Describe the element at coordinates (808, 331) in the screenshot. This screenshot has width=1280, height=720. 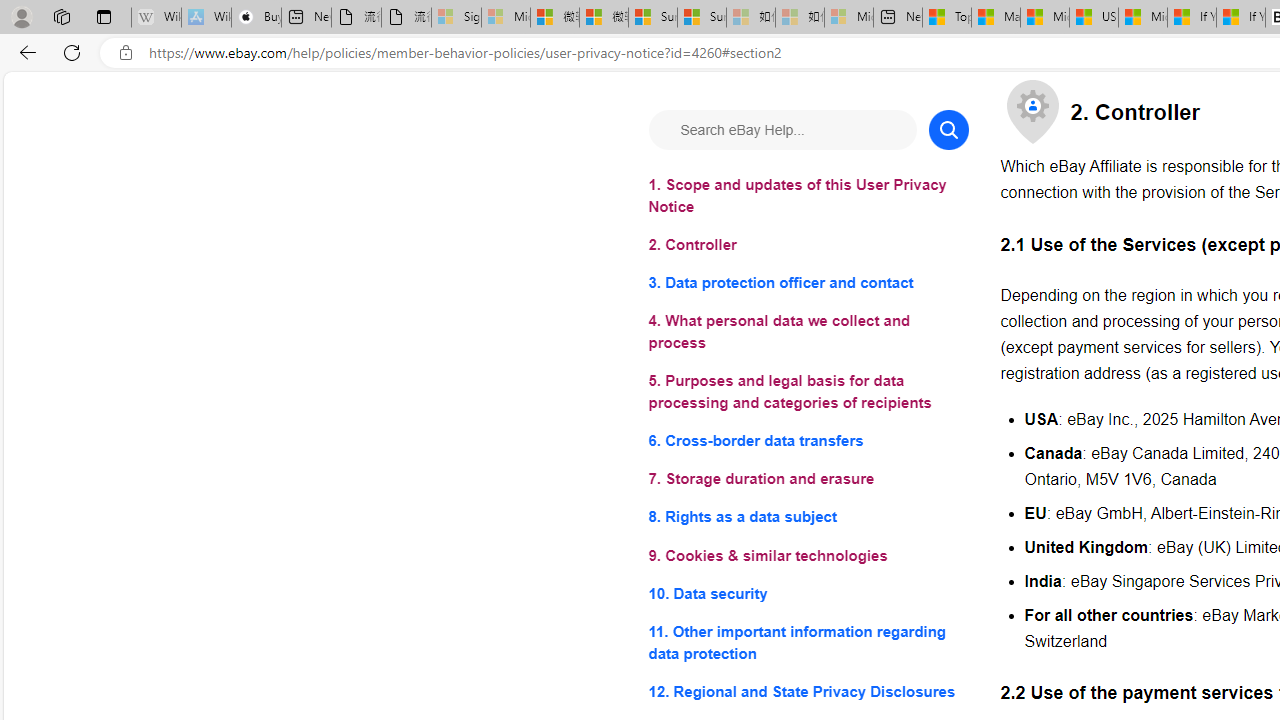
I see `'4. What personal data we collect and process'` at that location.